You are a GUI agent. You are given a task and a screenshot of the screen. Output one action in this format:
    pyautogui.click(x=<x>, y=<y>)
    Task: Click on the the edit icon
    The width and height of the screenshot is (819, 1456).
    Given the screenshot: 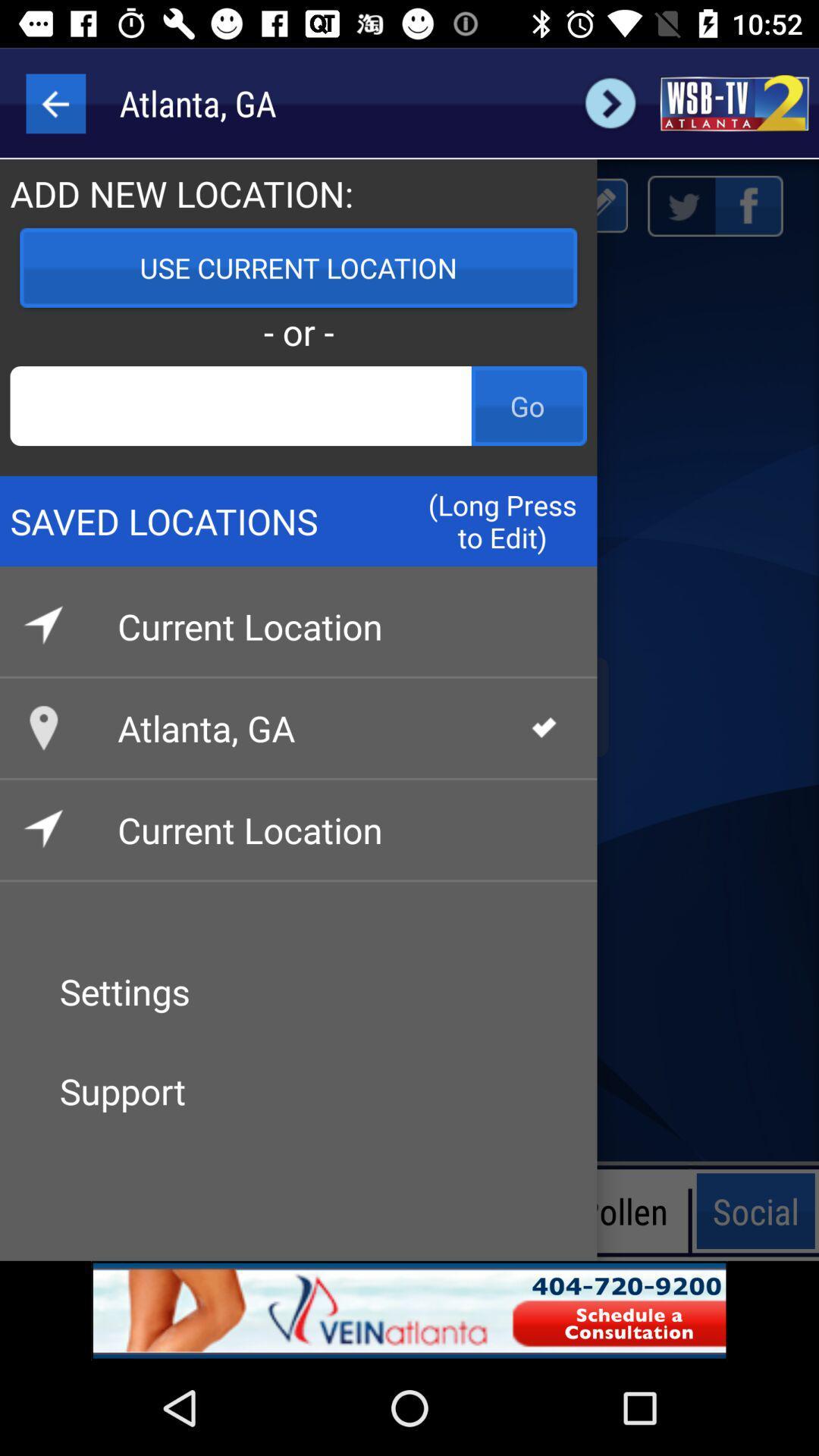 What is the action you would take?
    pyautogui.click(x=597, y=205)
    